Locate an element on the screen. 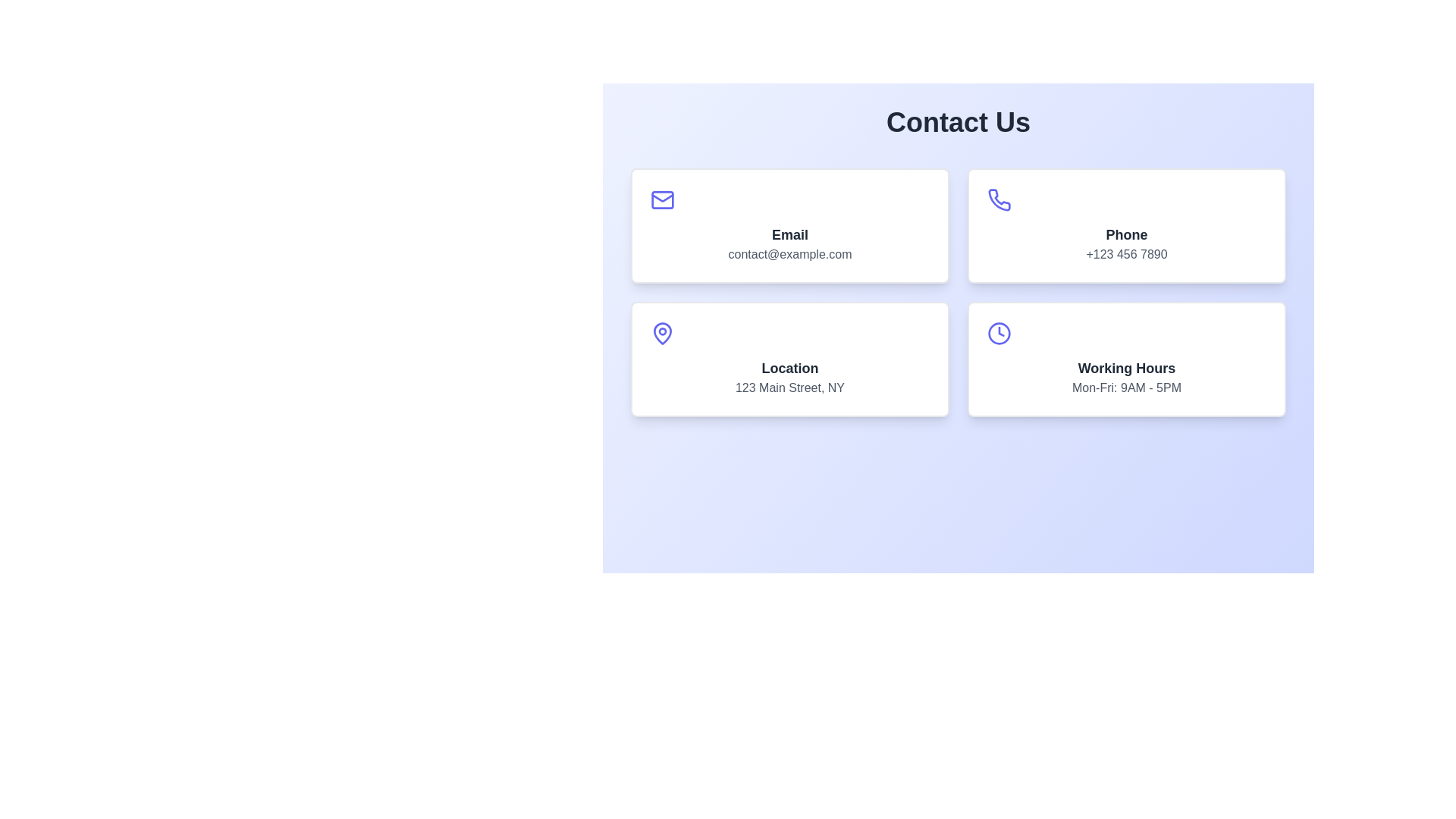  the bold text label 'Working Hours', which is positioned inside a white card at the bottom-right corner of a grid layout, above the text 'Mon-Fri: 9AM - 5PM' and to the right of a clock icon is located at coordinates (1127, 369).